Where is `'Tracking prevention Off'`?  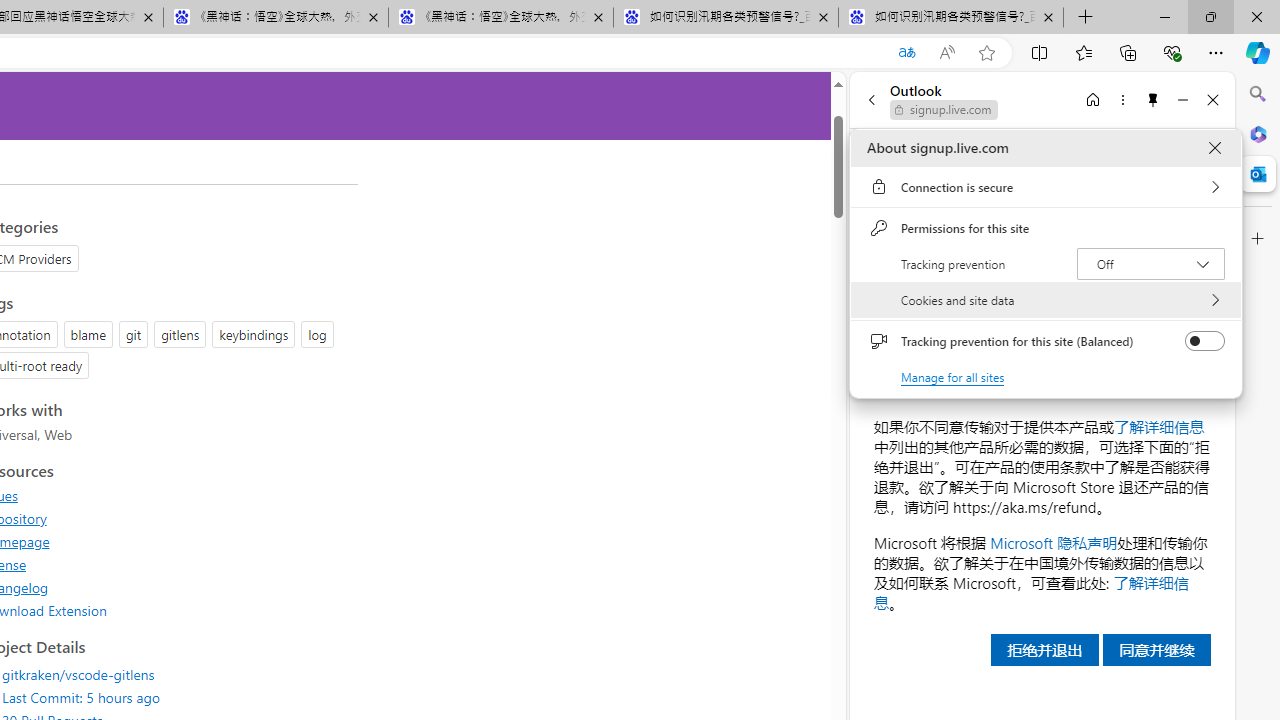 'Tracking prevention Off' is located at coordinates (1150, 262).